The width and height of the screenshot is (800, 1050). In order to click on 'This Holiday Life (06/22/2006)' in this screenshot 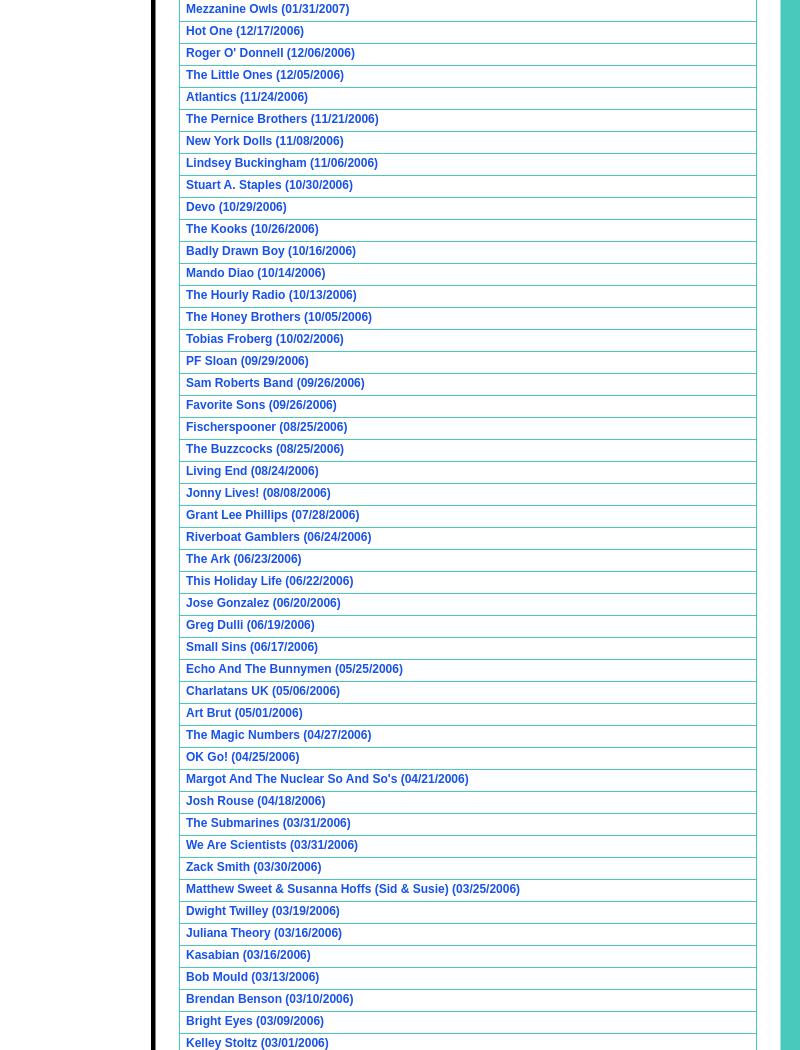, I will do `click(269, 579)`.